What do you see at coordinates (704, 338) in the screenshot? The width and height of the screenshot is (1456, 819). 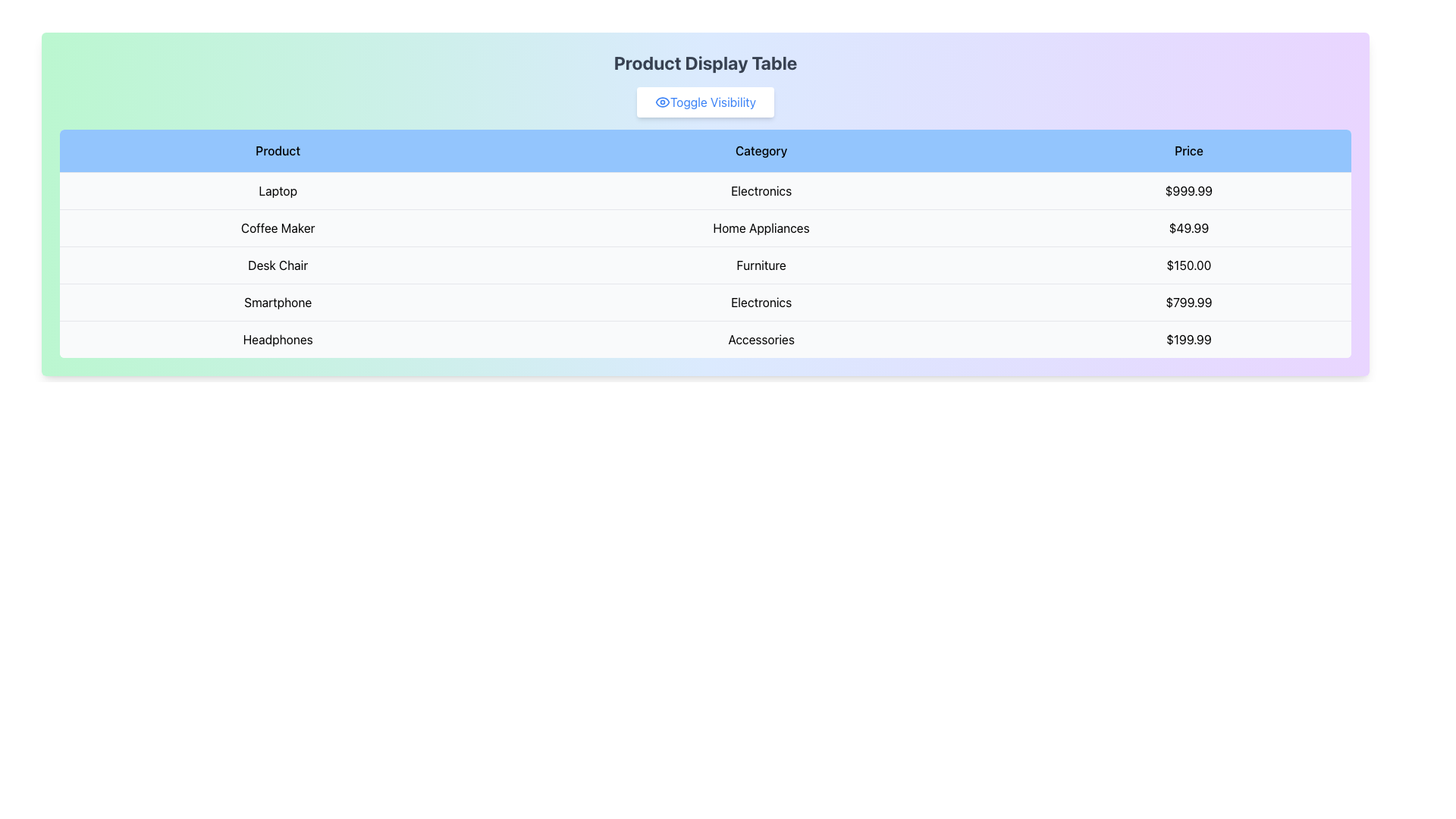 I see `the last row` at bounding box center [704, 338].